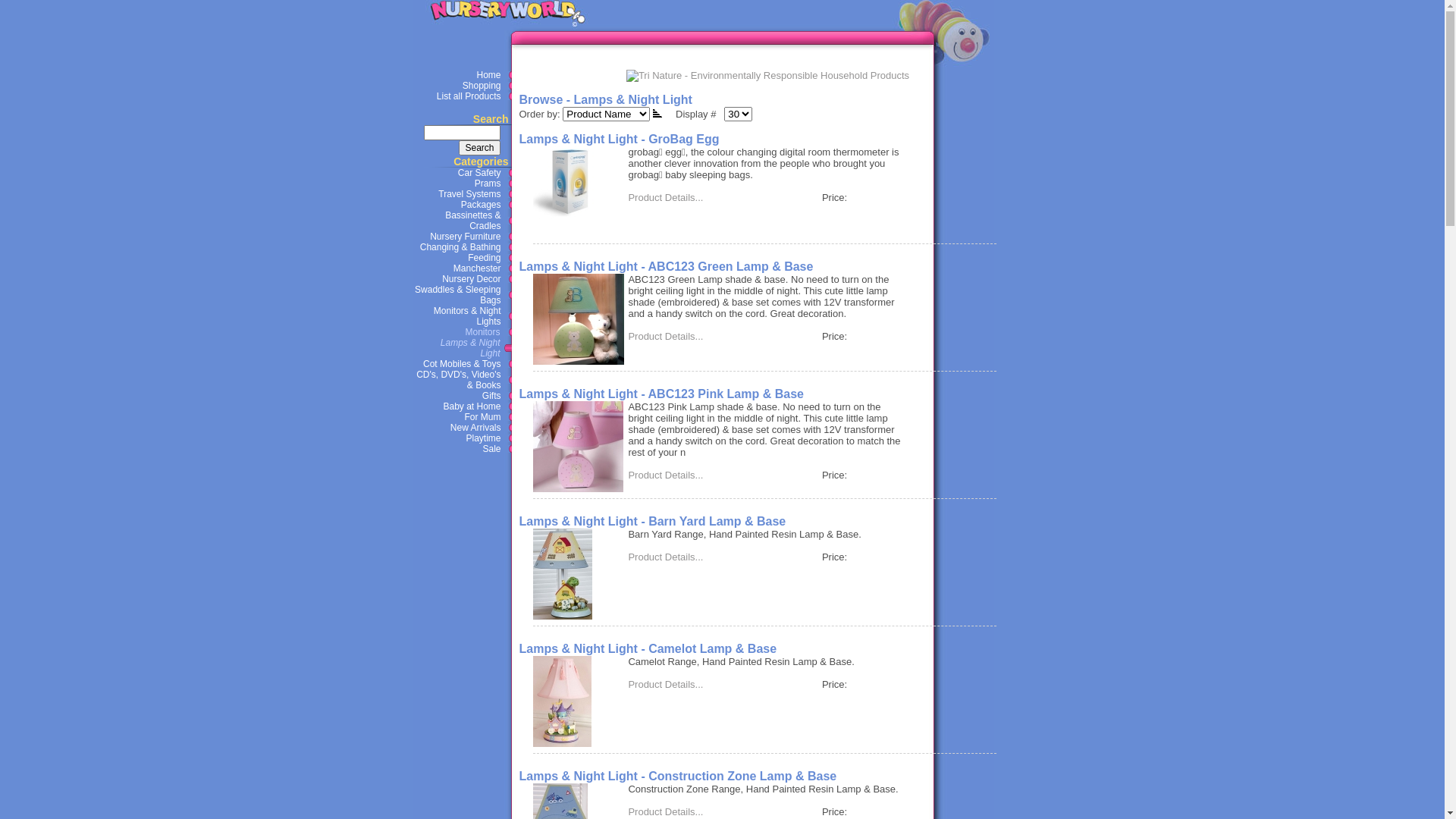 This screenshot has width=1456, height=819. Describe the element at coordinates (461, 394) in the screenshot. I see `'Gifts'` at that location.